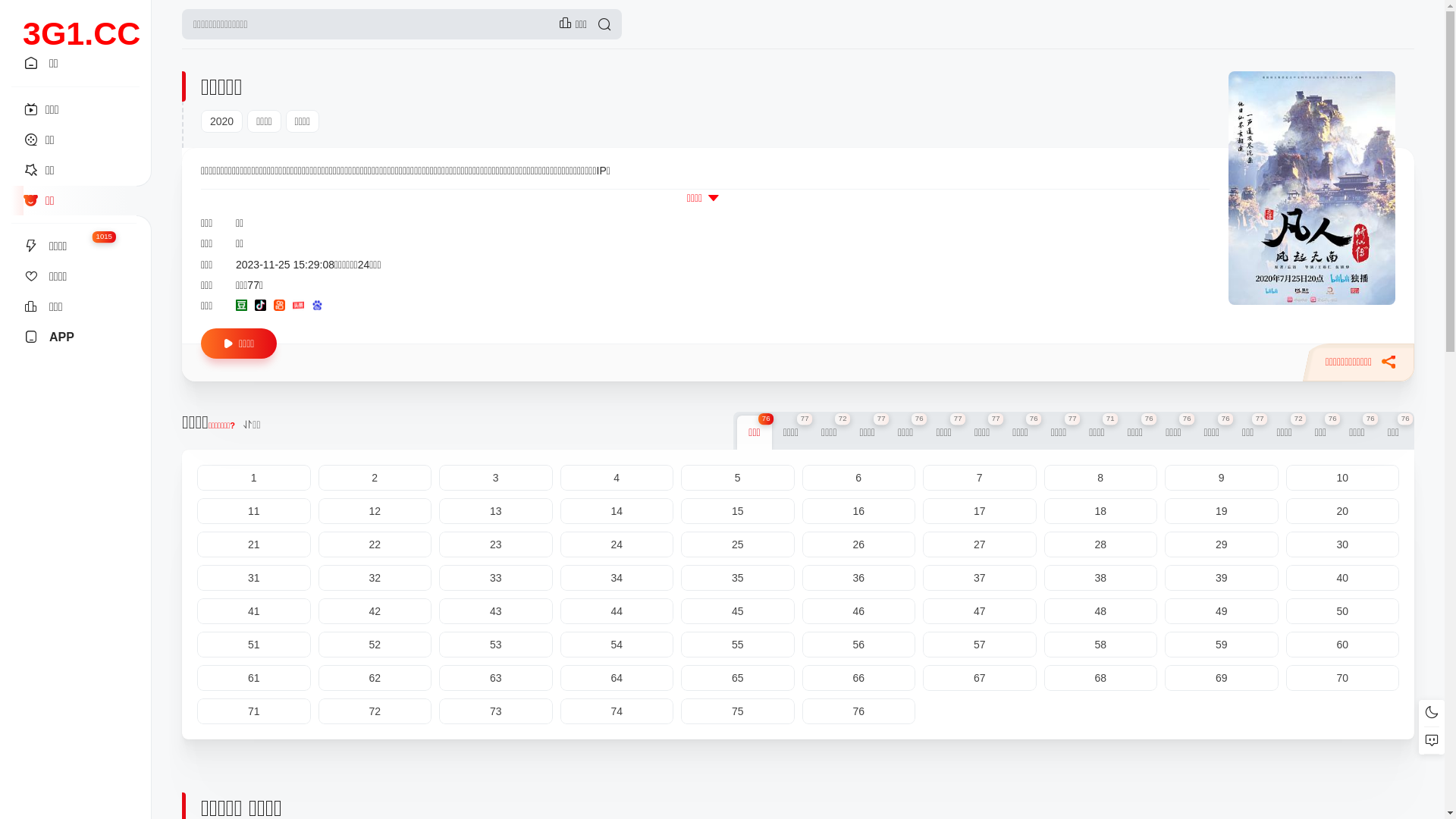  Describe the element at coordinates (1343, 578) in the screenshot. I see `'40'` at that location.